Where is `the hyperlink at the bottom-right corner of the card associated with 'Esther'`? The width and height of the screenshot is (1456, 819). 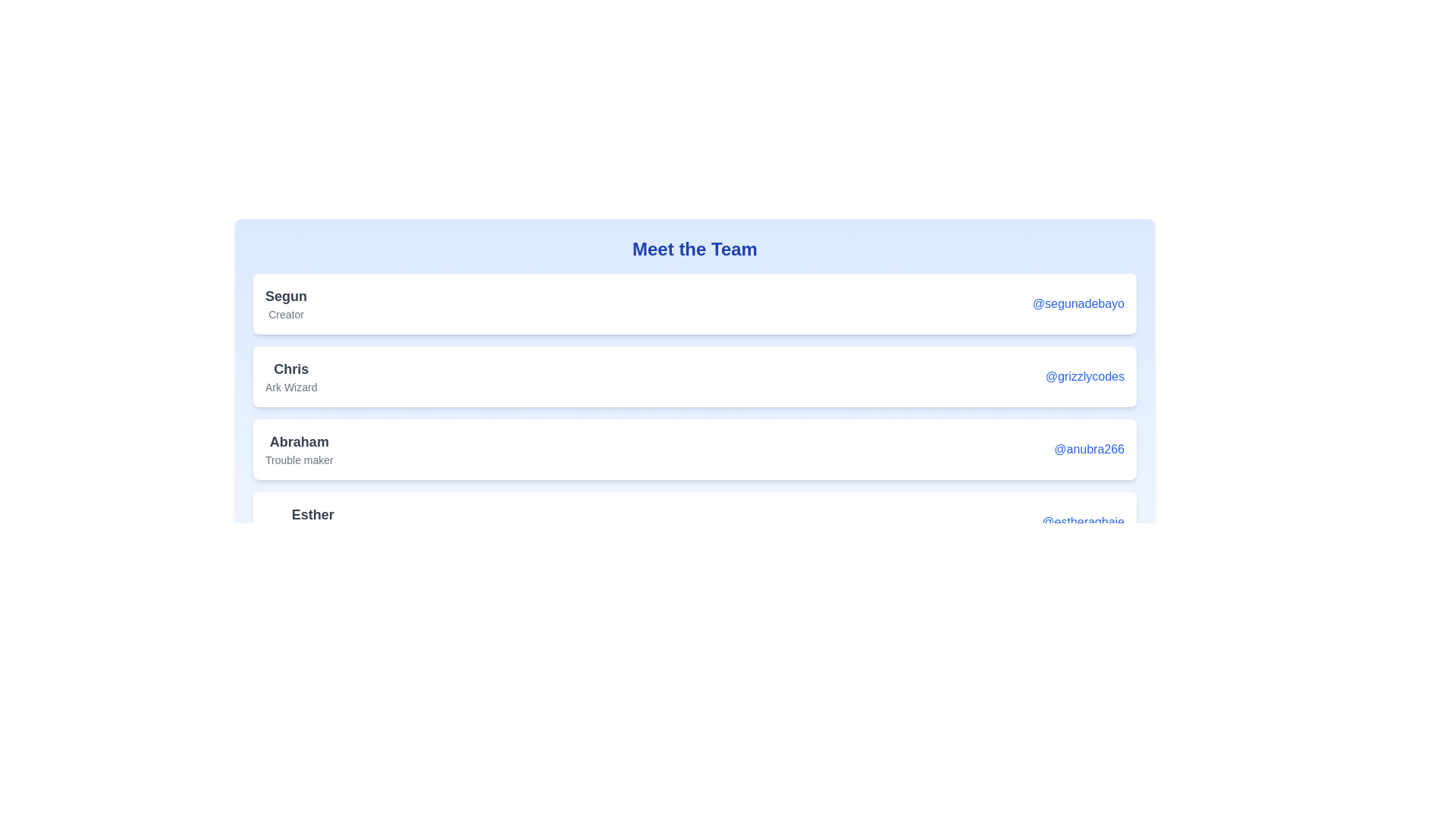 the hyperlink at the bottom-right corner of the card associated with 'Esther' is located at coordinates (1082, 522).